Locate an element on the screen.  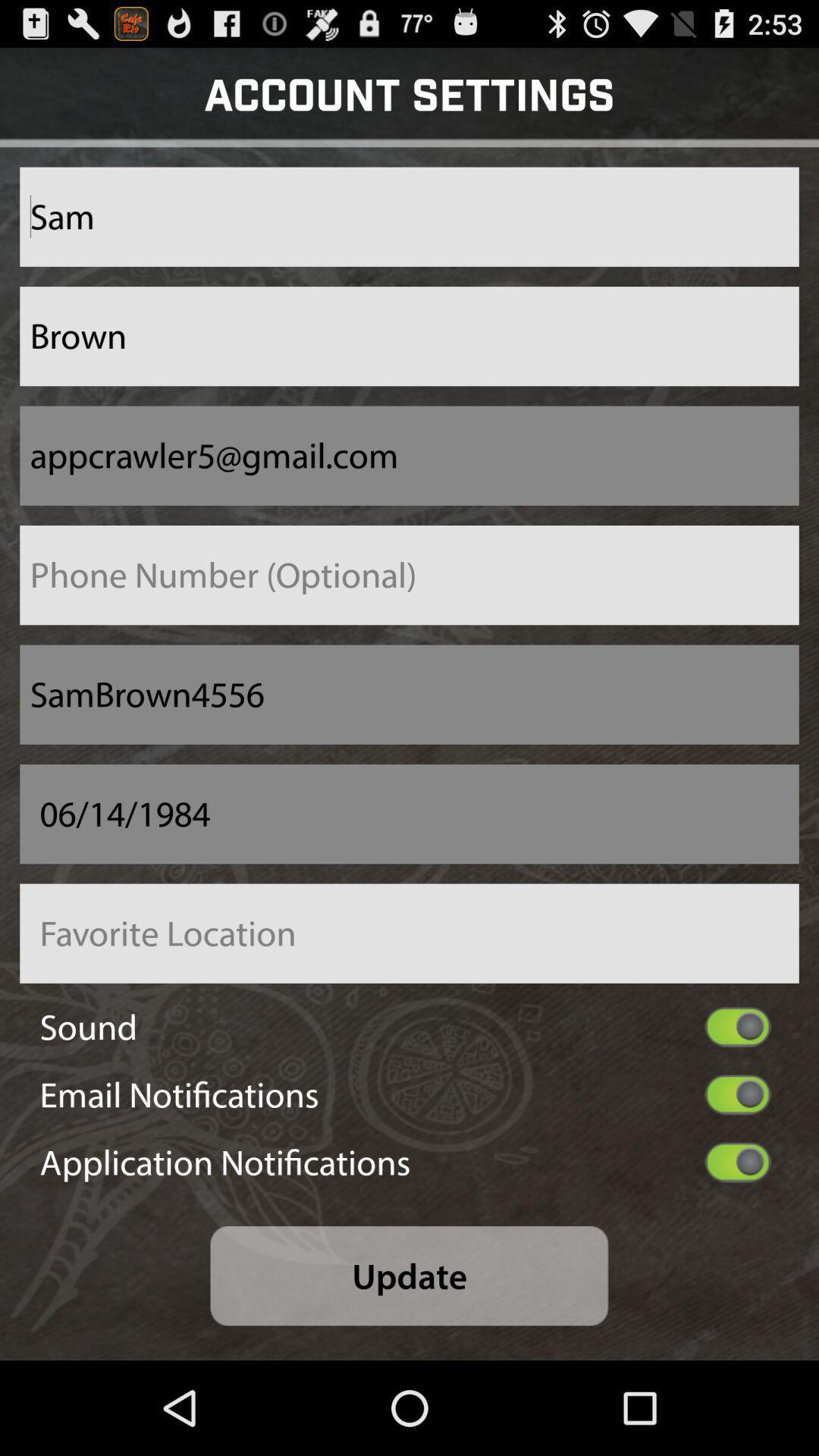
phone number field is located at coordinates (409, 574).